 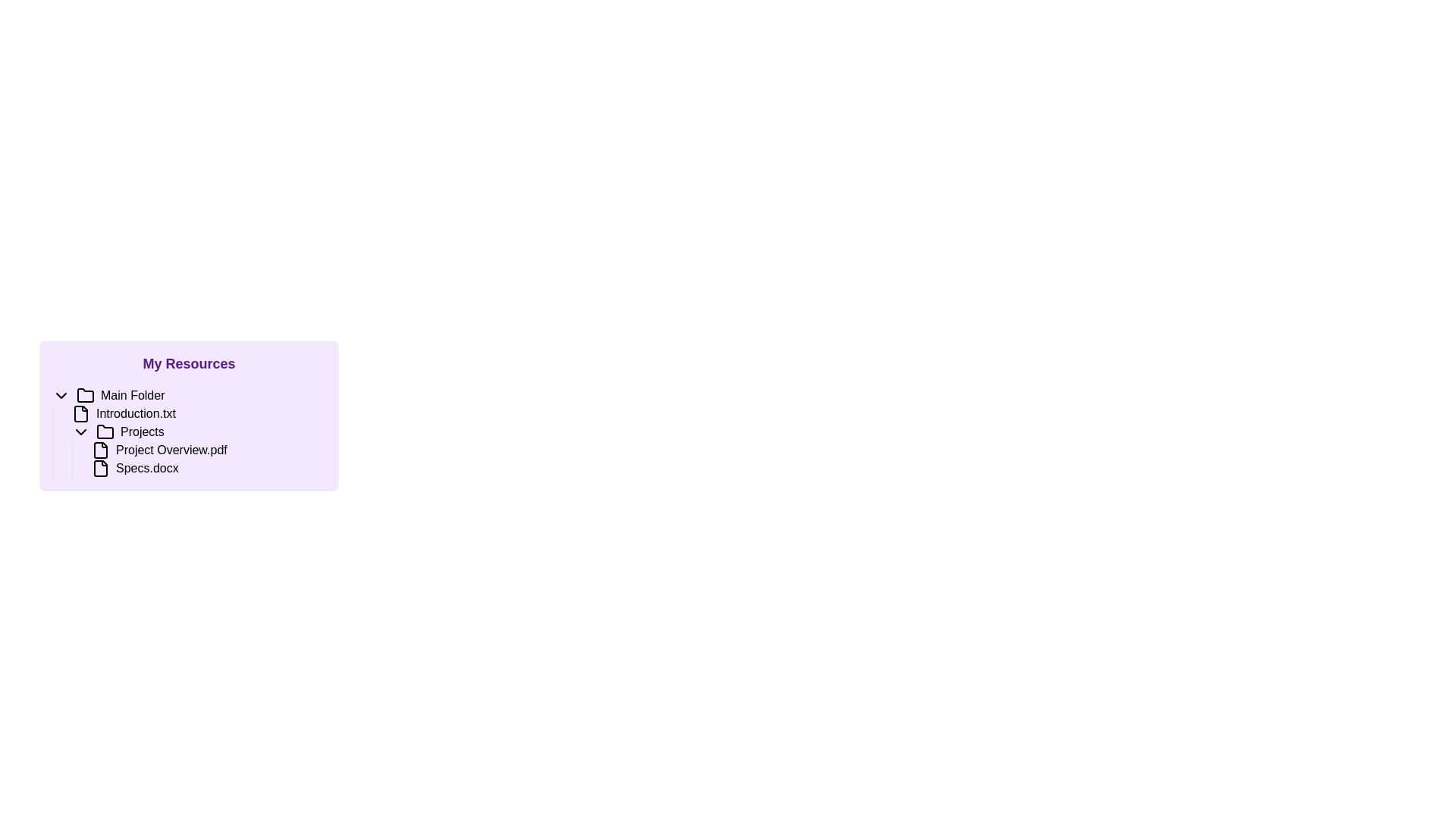 I want to click on the 'Specs.docx' icon located as the last item in the 'My Resources' list, so click(x=100, y=467).